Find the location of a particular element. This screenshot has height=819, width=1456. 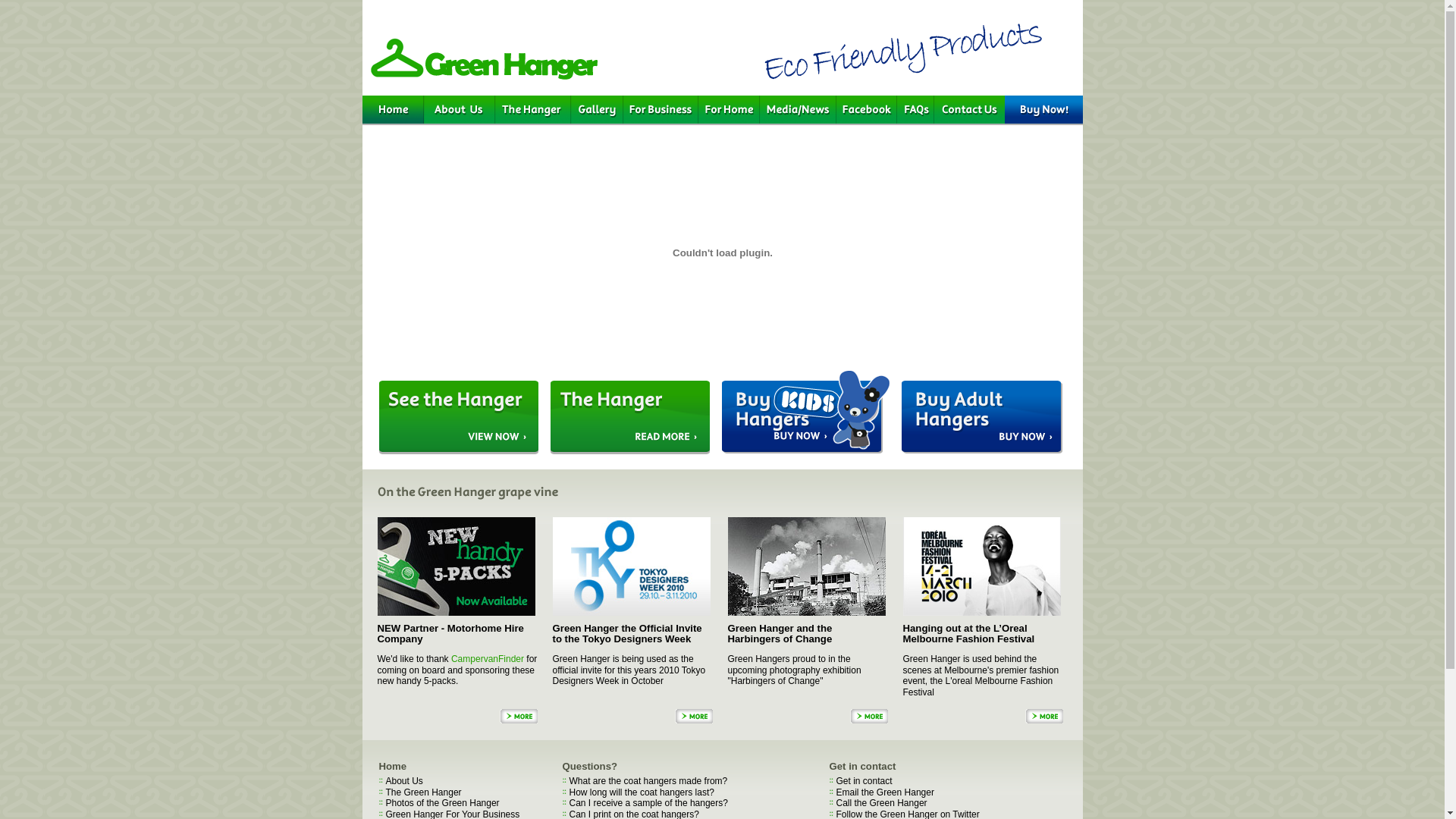

'Get in contact' is located at coordinates (863, 780).